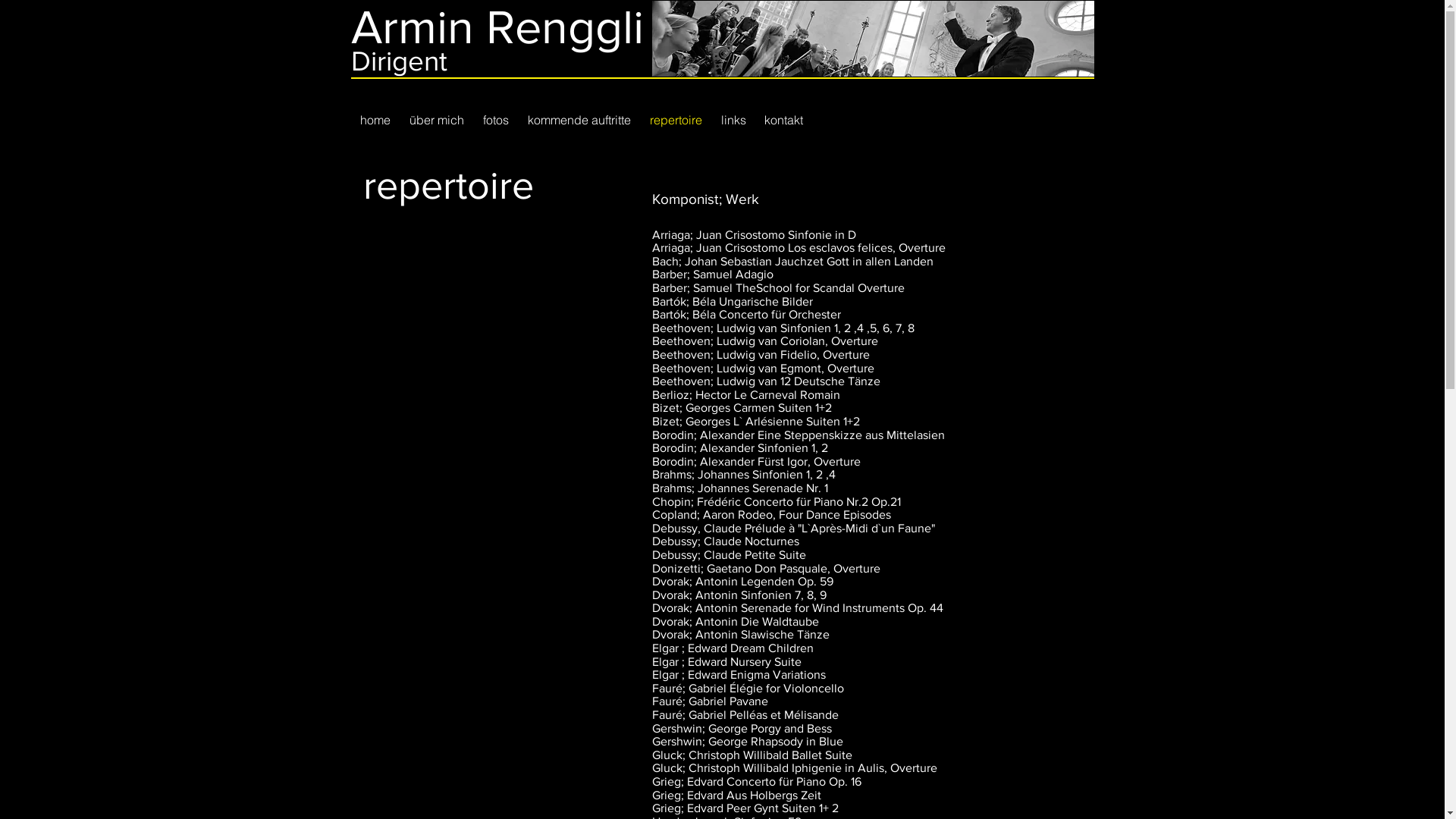 The width and height of the screenshot is (1456, 819). I want to click on 'home', so click(375, 119).